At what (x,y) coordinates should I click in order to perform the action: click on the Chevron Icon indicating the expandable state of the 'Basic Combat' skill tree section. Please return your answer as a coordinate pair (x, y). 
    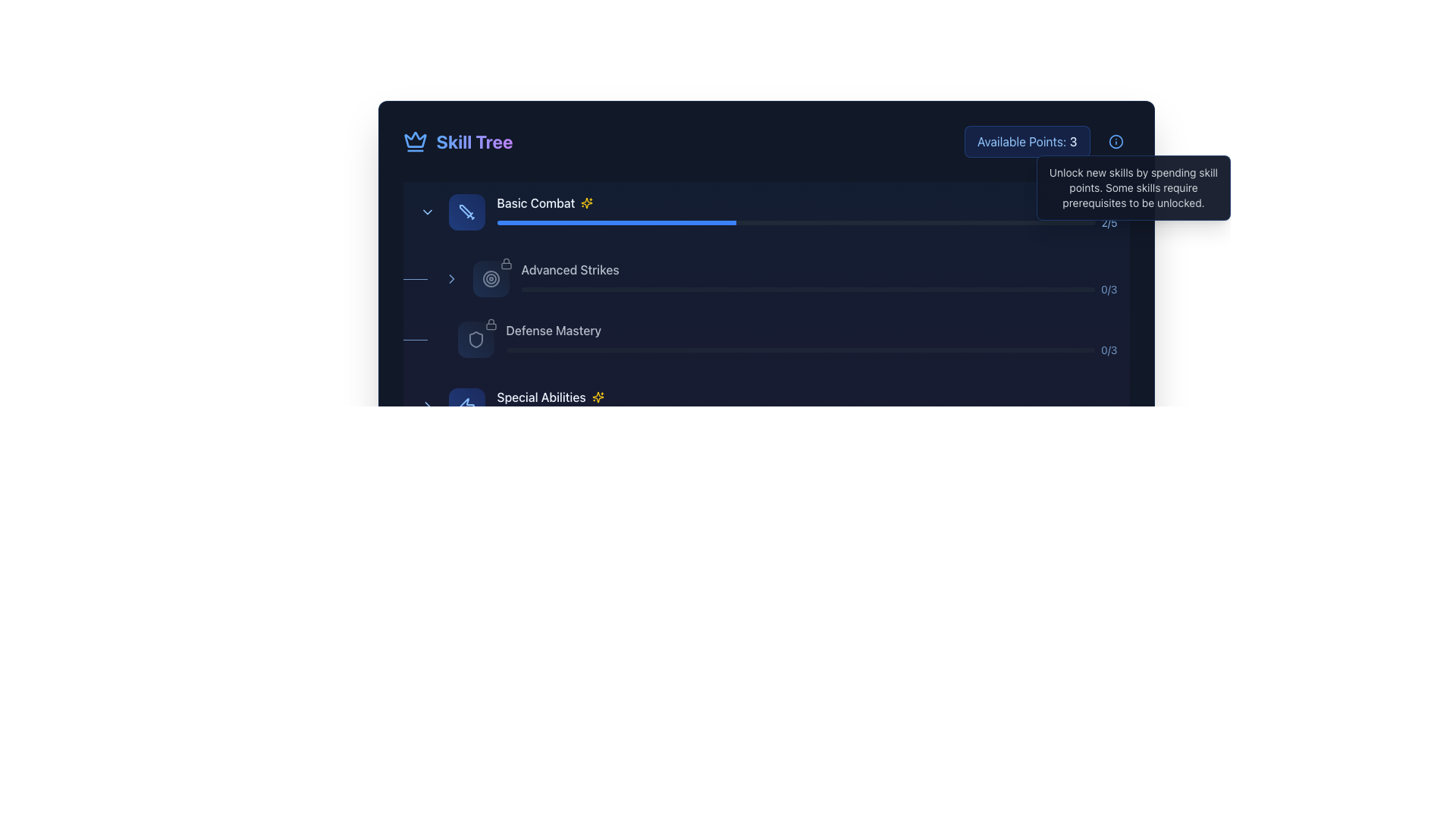
    Looking at the image, I should click on (426, 406).